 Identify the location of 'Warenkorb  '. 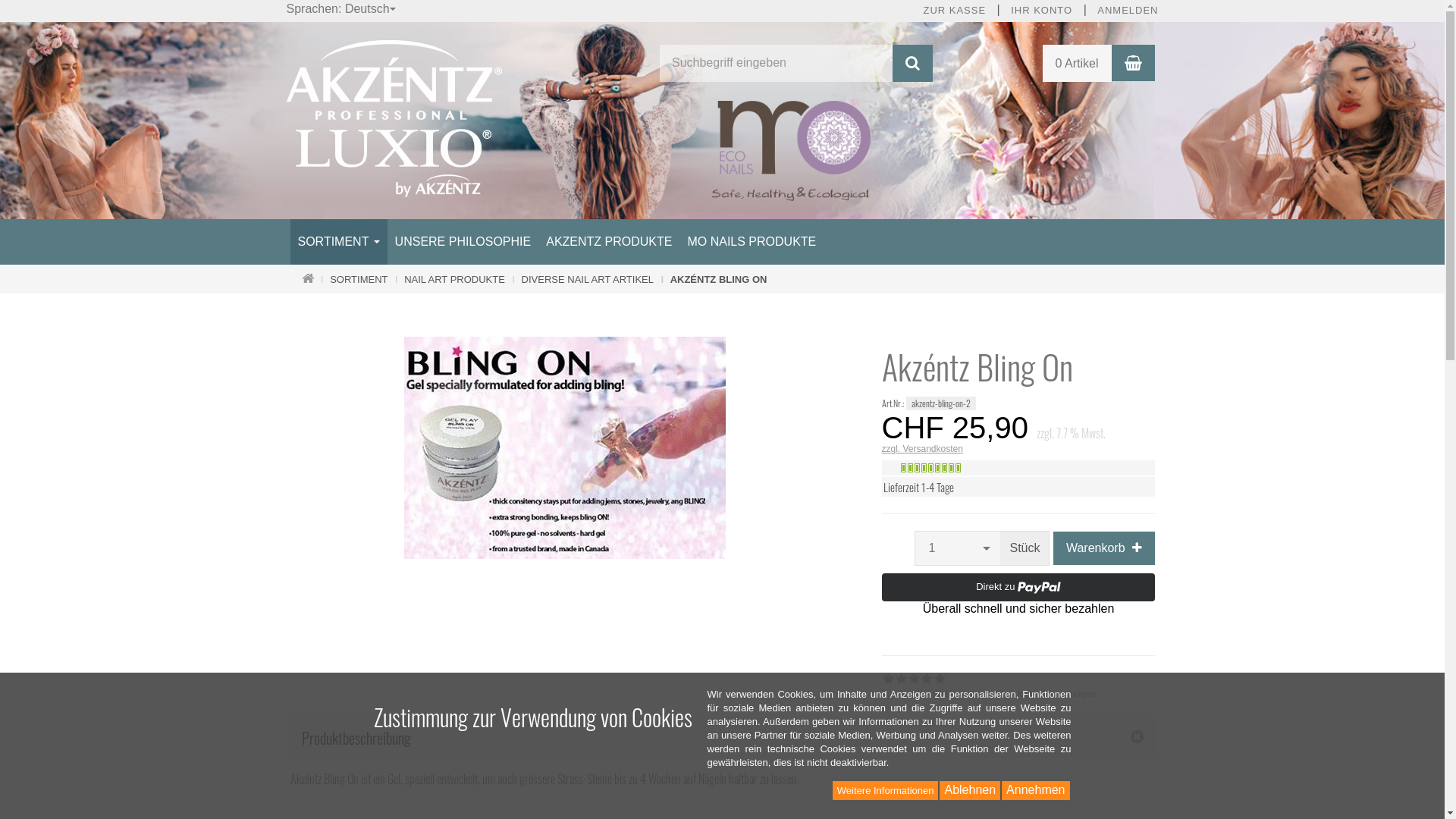
(1103, 548).